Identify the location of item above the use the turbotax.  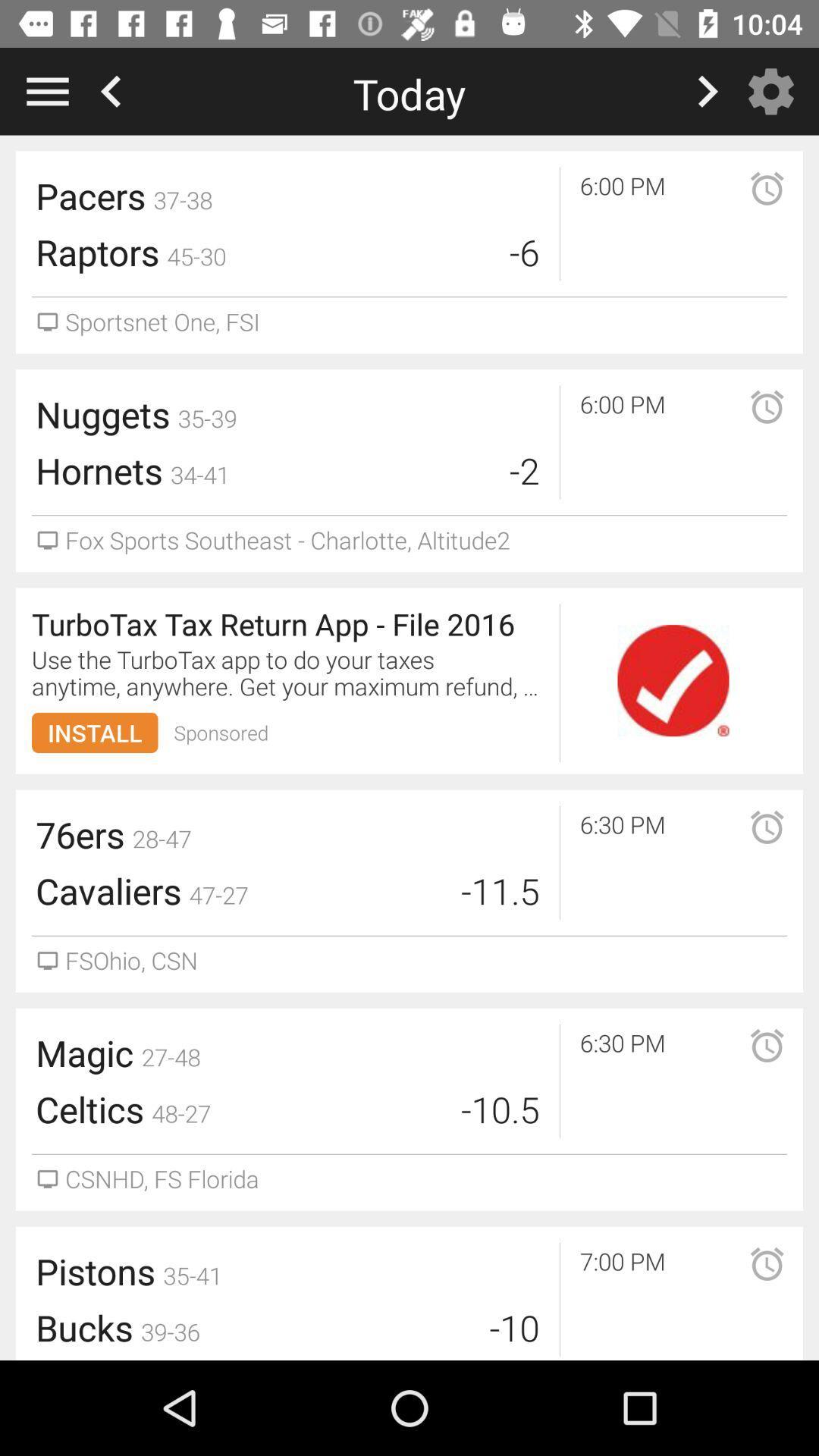
(290, 623).